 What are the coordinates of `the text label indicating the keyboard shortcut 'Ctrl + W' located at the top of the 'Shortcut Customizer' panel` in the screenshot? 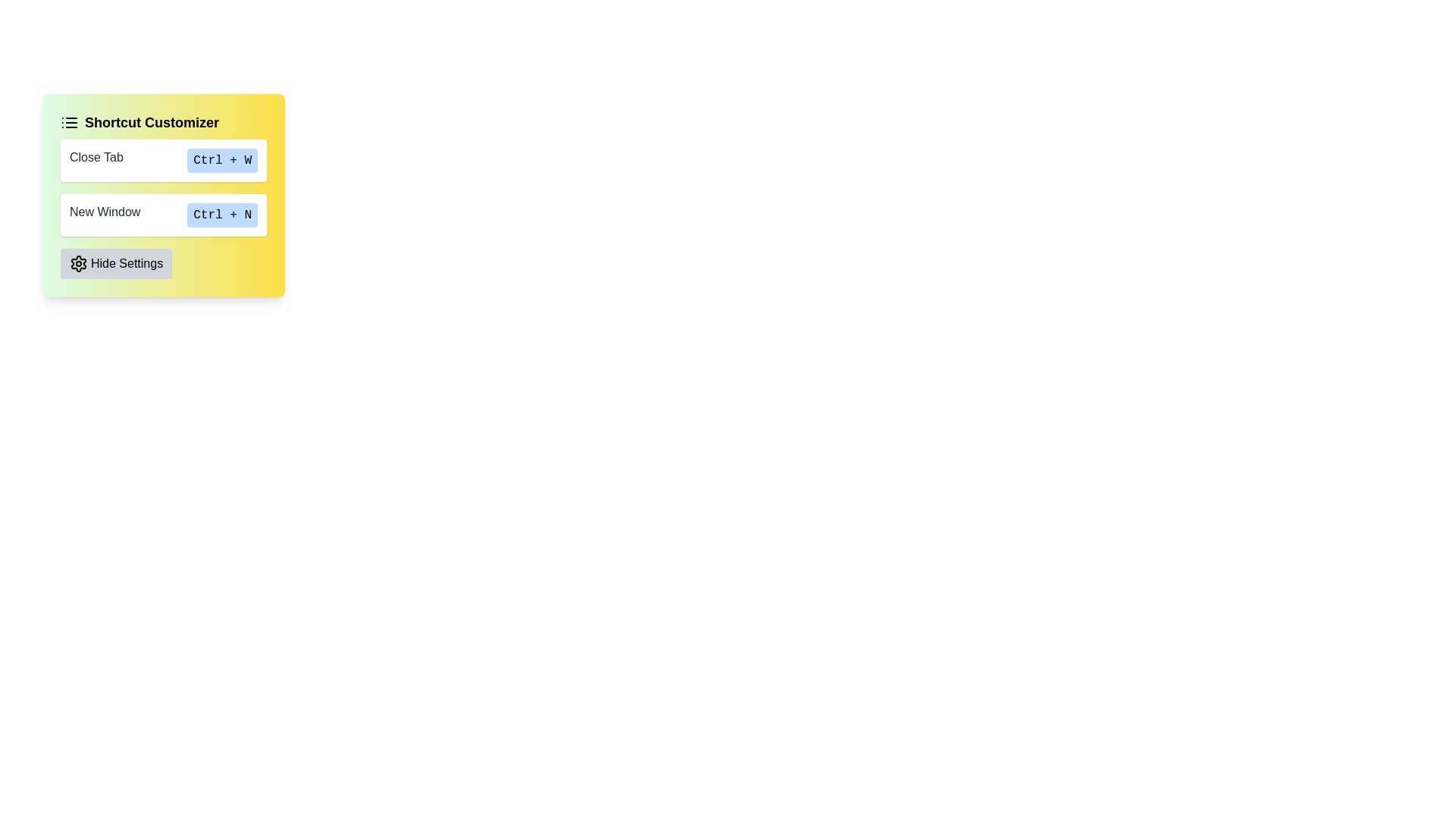 It's located at (96, 161).